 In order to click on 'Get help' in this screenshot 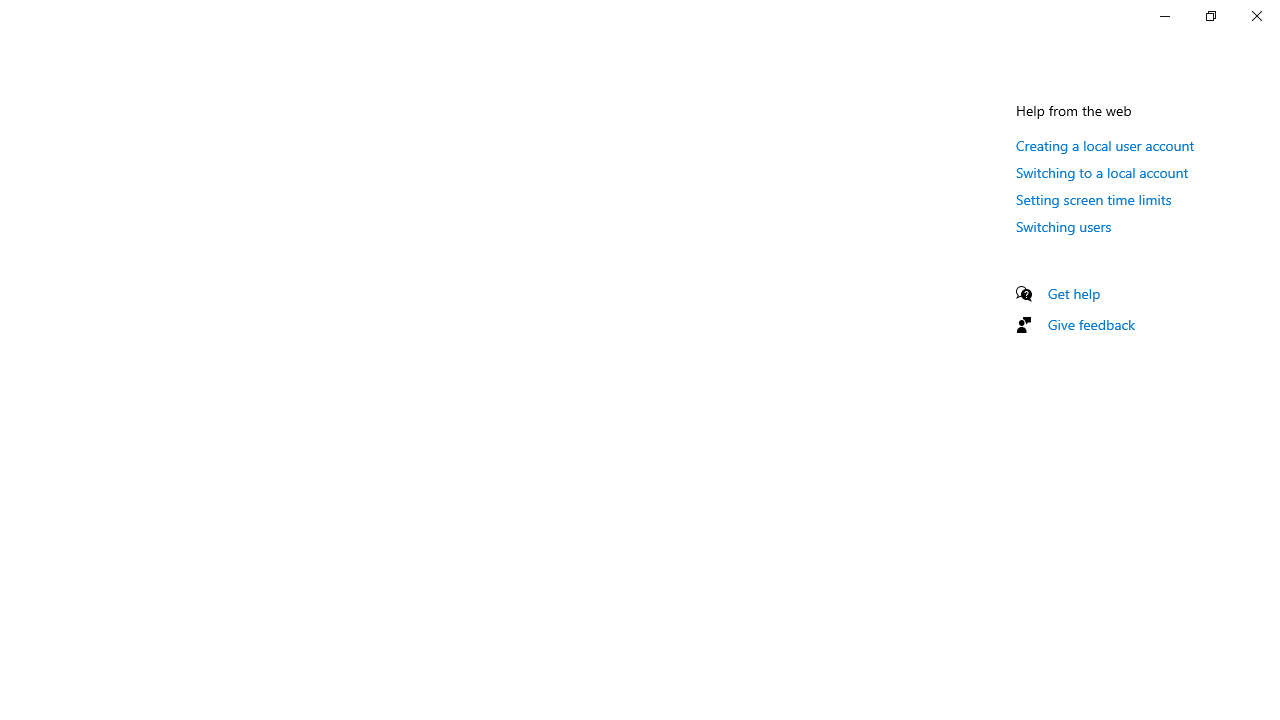, I will do `click(1073, 293)`.